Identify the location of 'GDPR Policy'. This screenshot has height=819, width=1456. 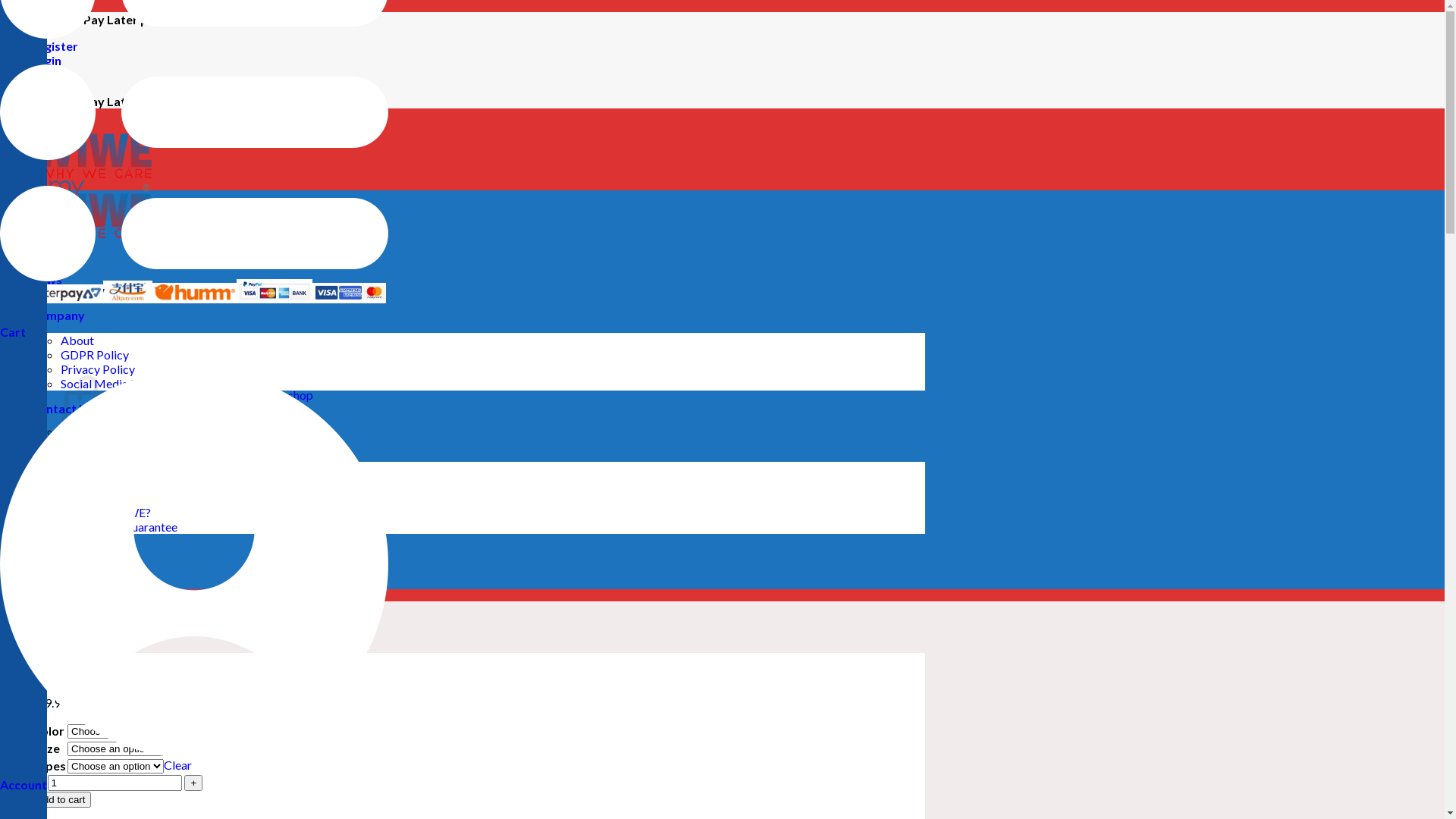
(93, 354).